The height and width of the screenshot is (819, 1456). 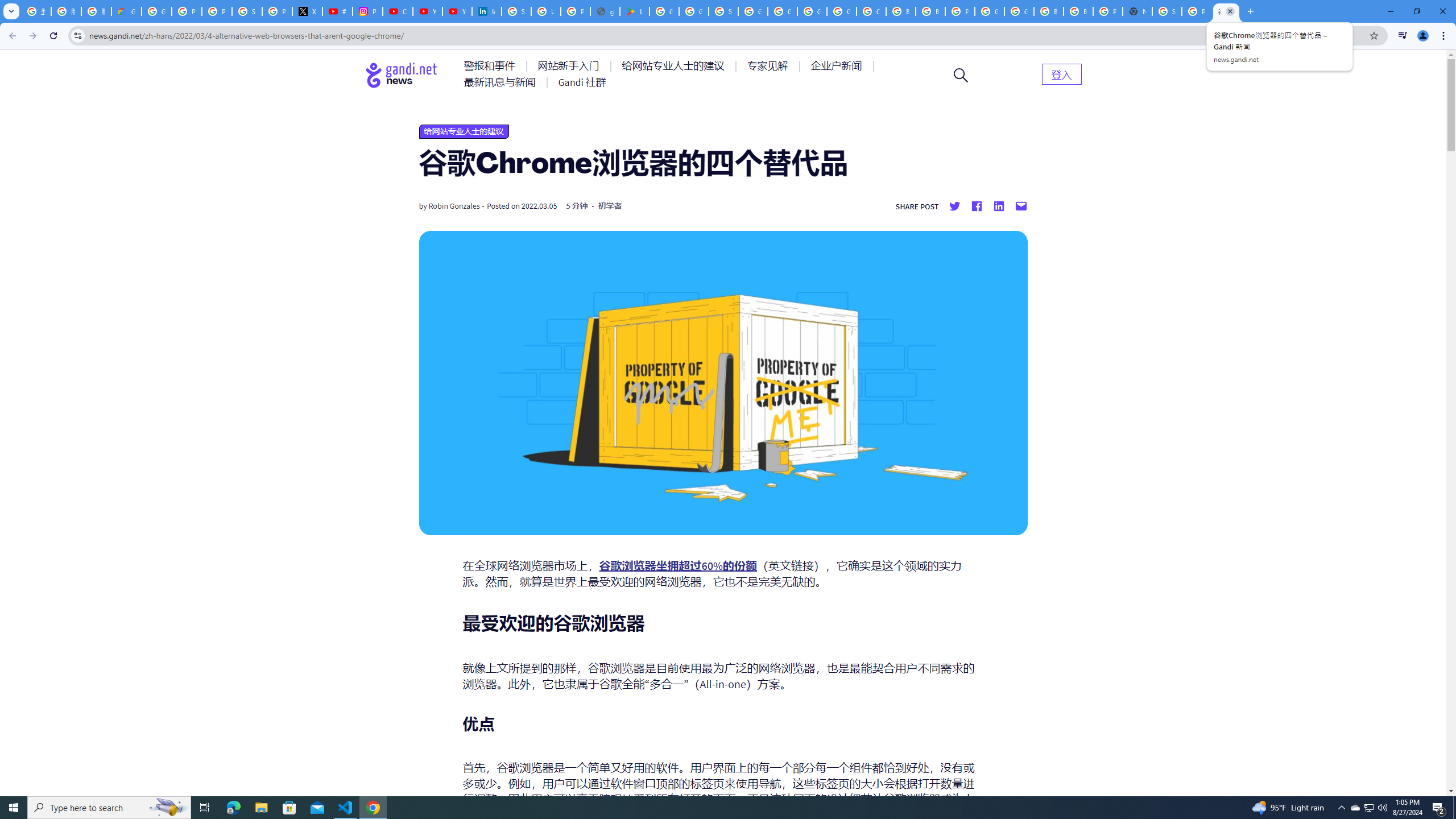 What do you see at coordinates (1020, 205) in the screenshot?
I see `'Share by mail'` at bounding box center [1020, 205].